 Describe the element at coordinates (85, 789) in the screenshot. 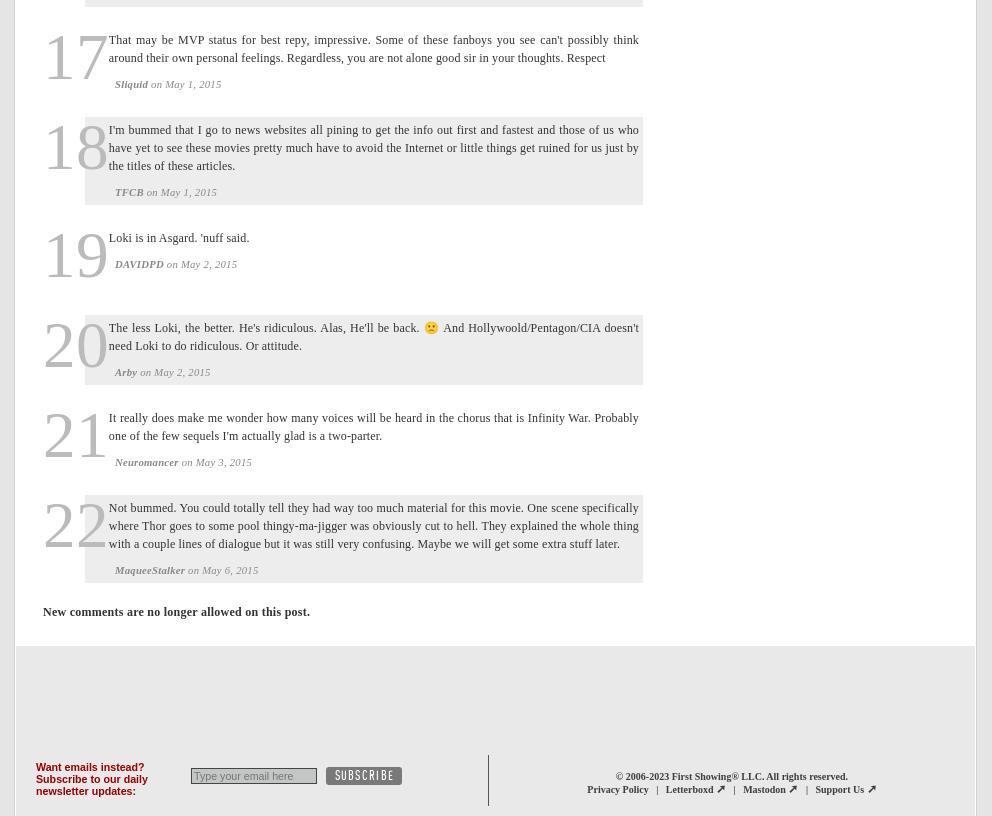

I see `'newsletter updates:'` at that location.